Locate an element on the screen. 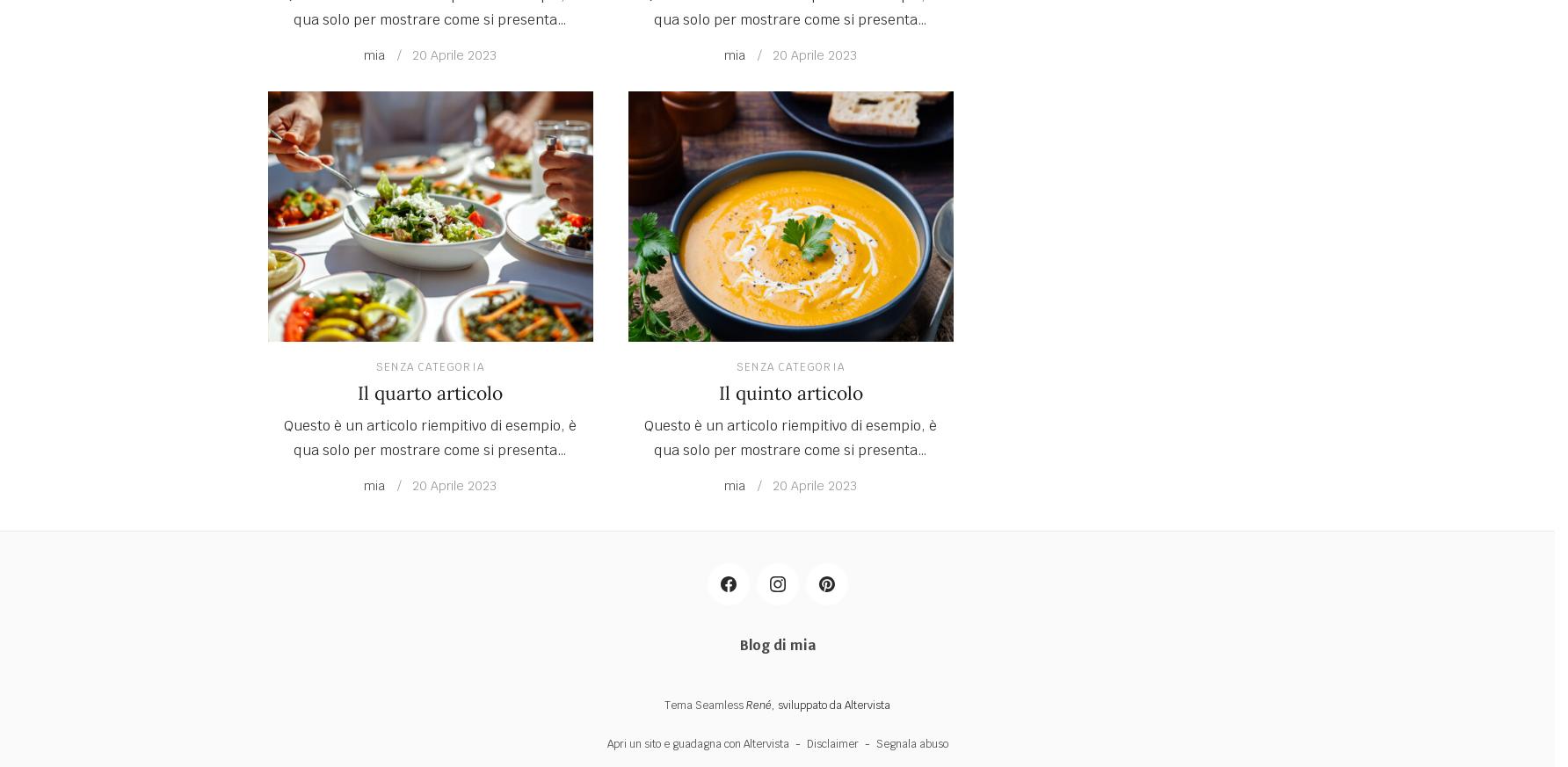  'Il quinto articolo' is located at coordinates (789, 392).